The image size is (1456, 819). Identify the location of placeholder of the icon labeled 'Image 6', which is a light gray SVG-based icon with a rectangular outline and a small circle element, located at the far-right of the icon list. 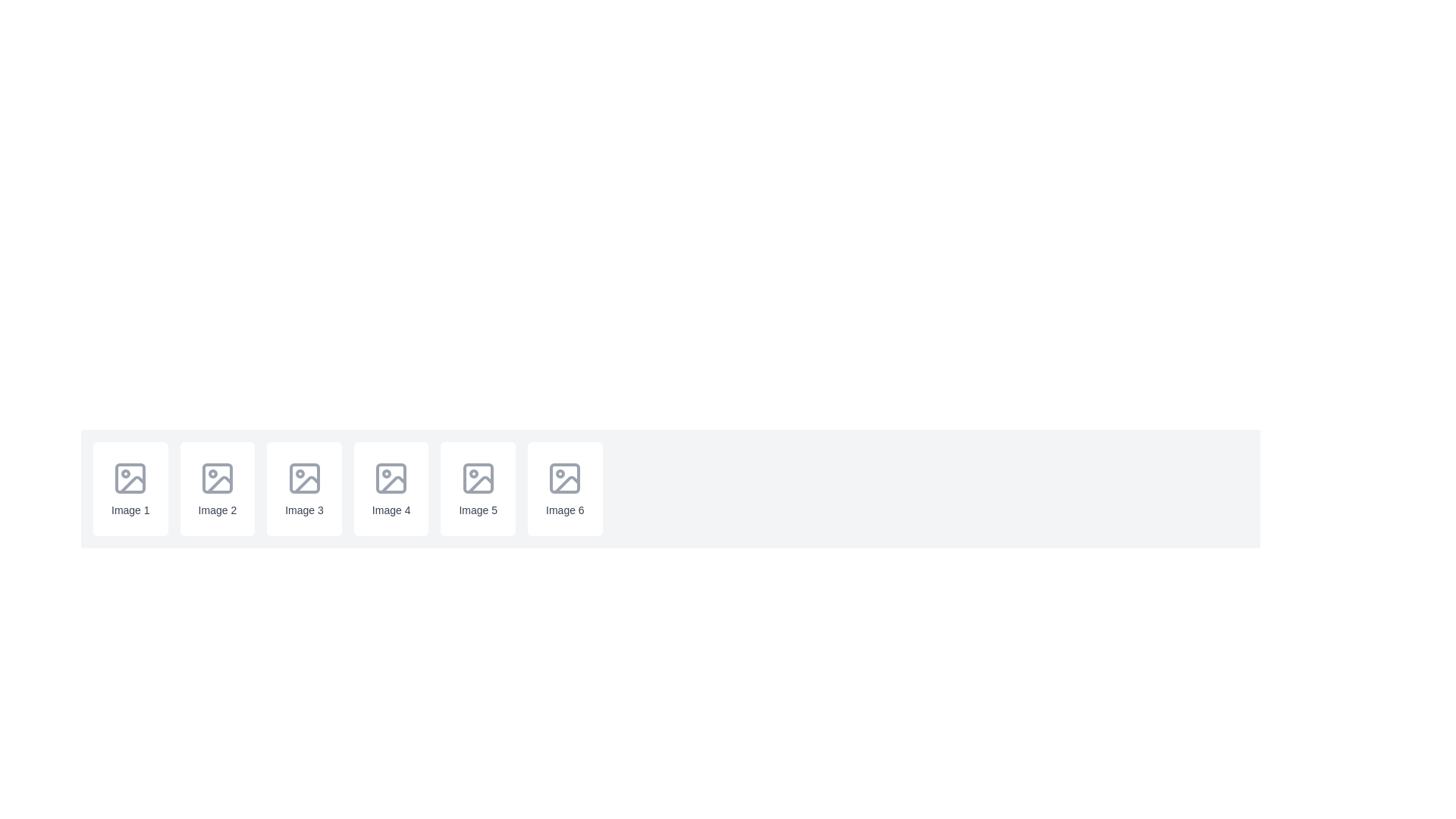
(564, 479).